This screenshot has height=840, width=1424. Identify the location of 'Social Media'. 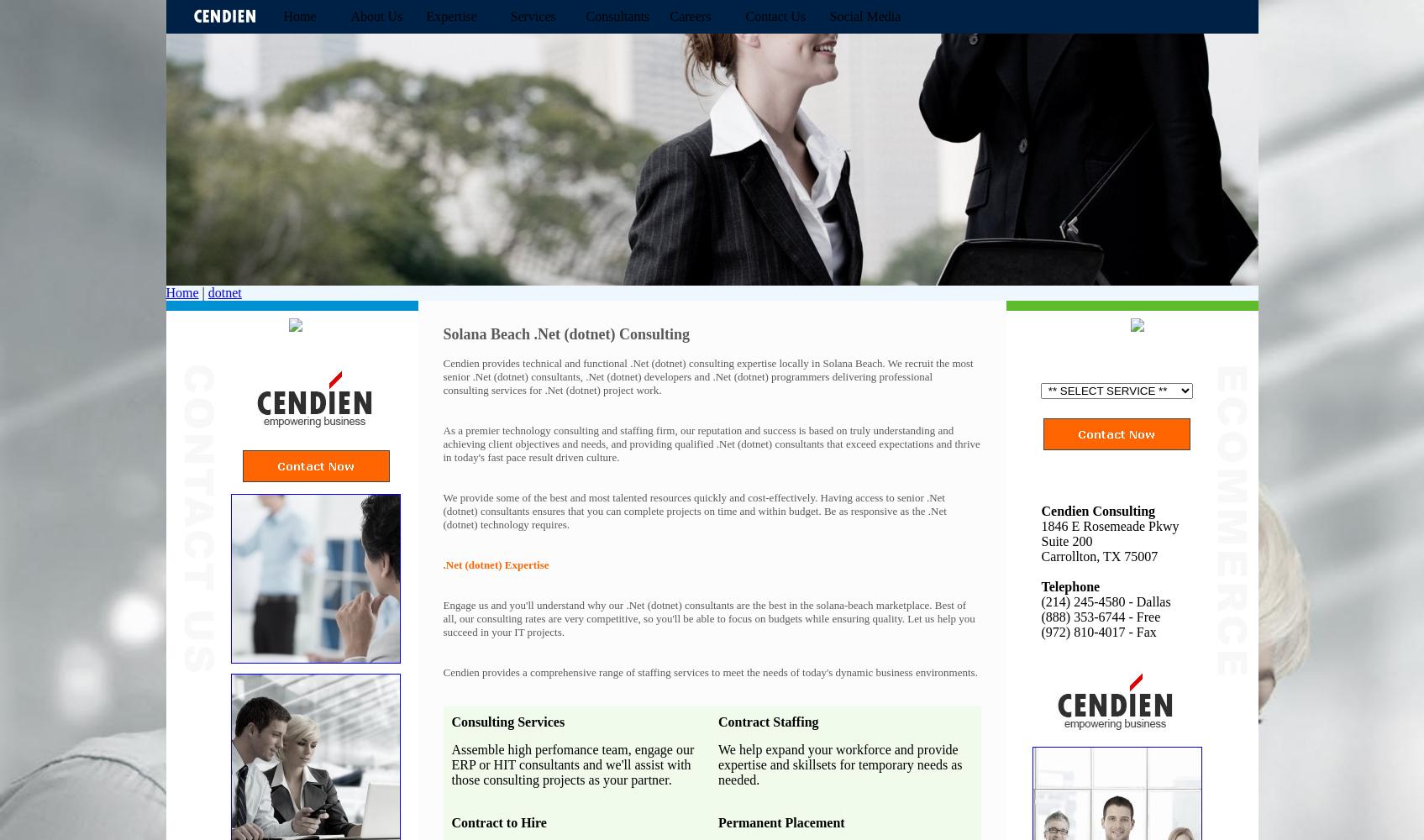
(864, 16).